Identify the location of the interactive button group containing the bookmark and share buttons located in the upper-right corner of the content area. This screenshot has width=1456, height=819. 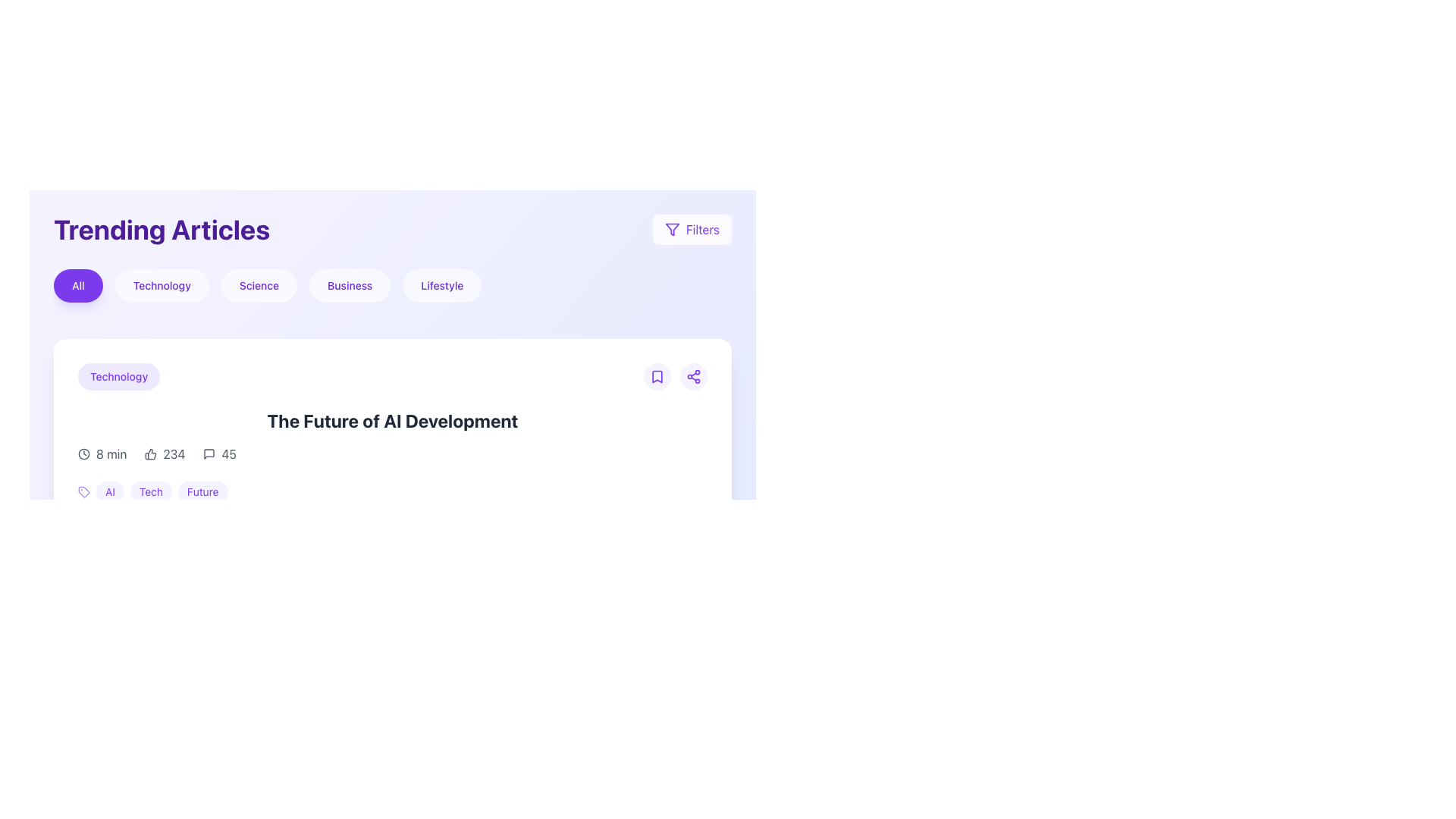
(675, 376).